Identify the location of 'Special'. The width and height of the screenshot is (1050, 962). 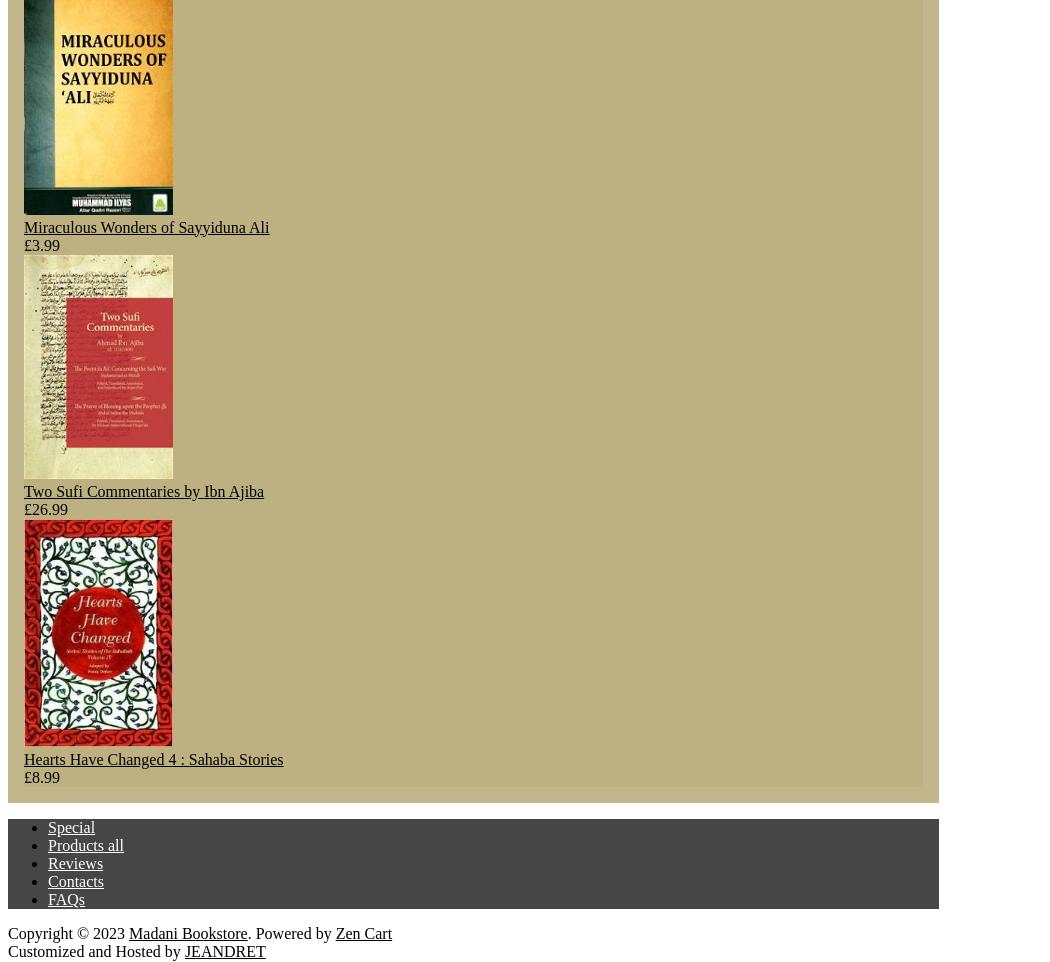
(70, 826).